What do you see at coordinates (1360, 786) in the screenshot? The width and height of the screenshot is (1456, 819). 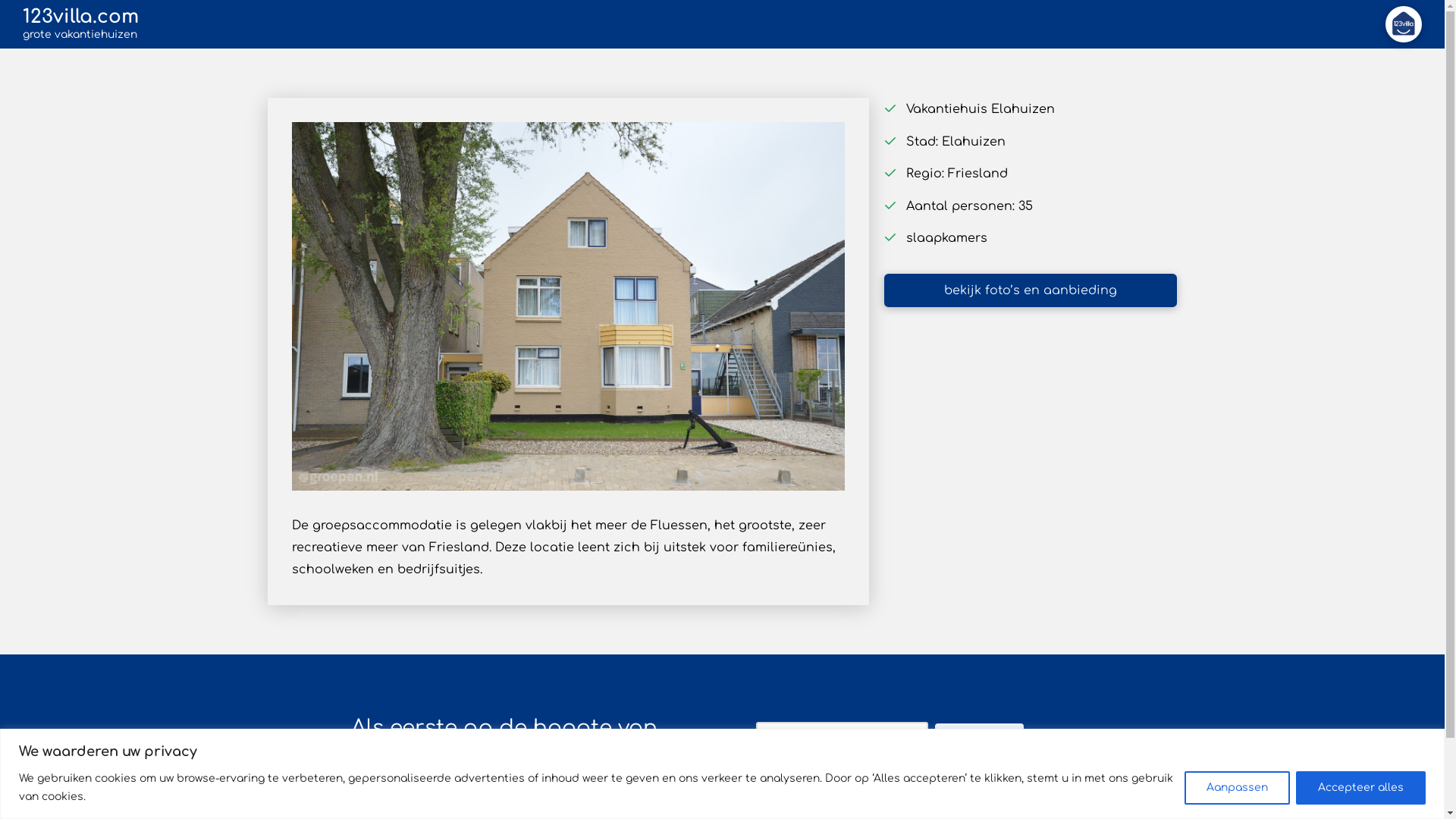 I see `'Accepteer alles'` at bounding box center [1360, 786].